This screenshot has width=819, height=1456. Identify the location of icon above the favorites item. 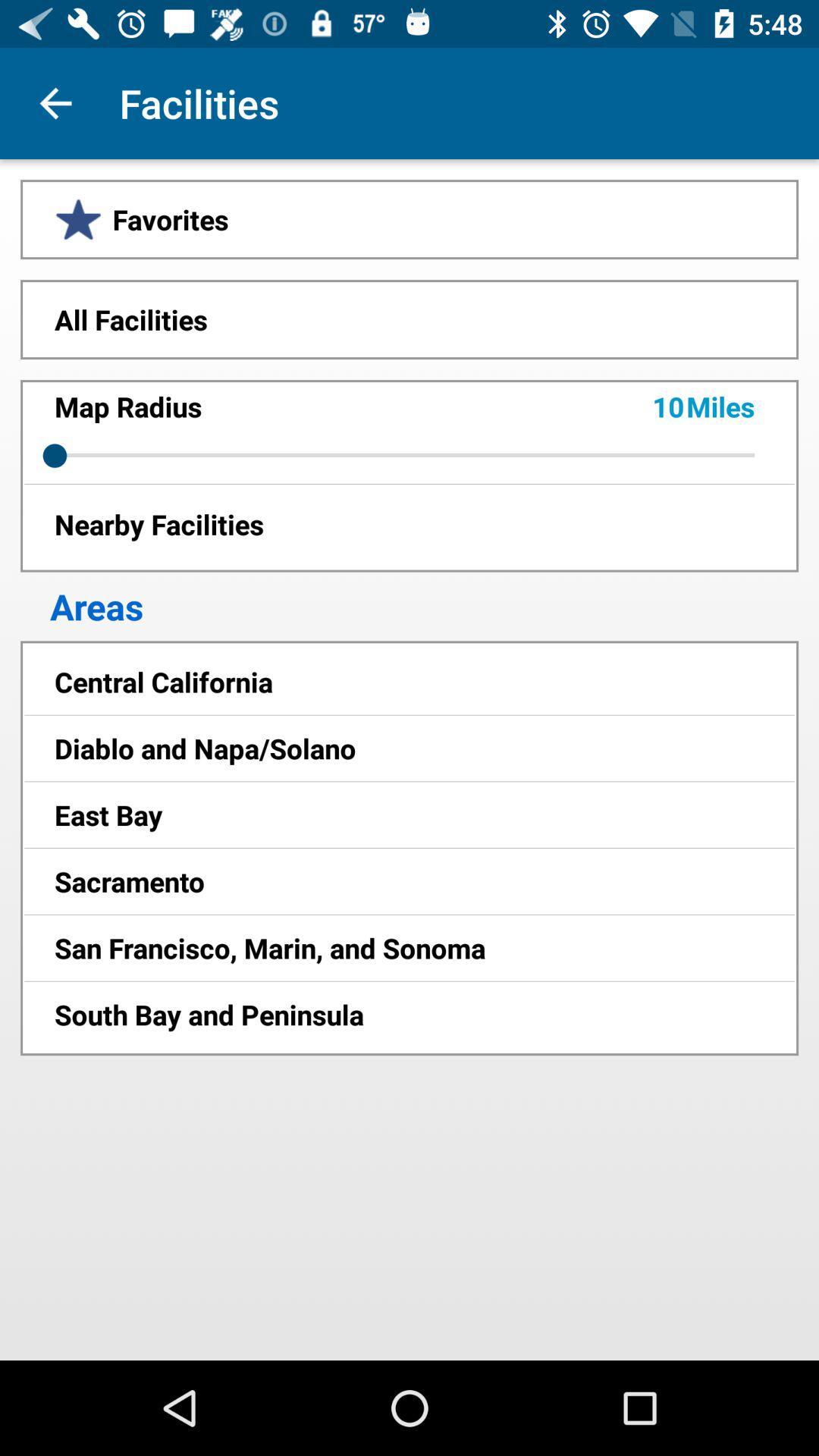
(55, 102).